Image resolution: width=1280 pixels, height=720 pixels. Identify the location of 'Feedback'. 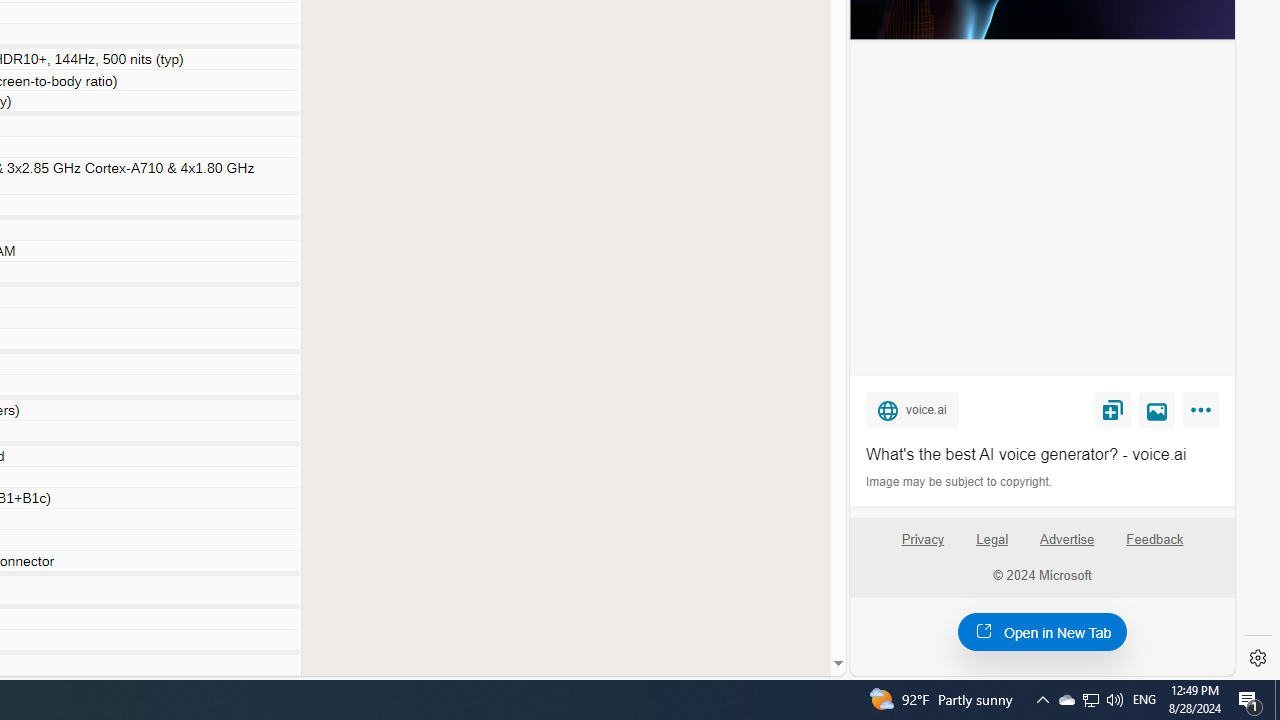
(1155, 538).